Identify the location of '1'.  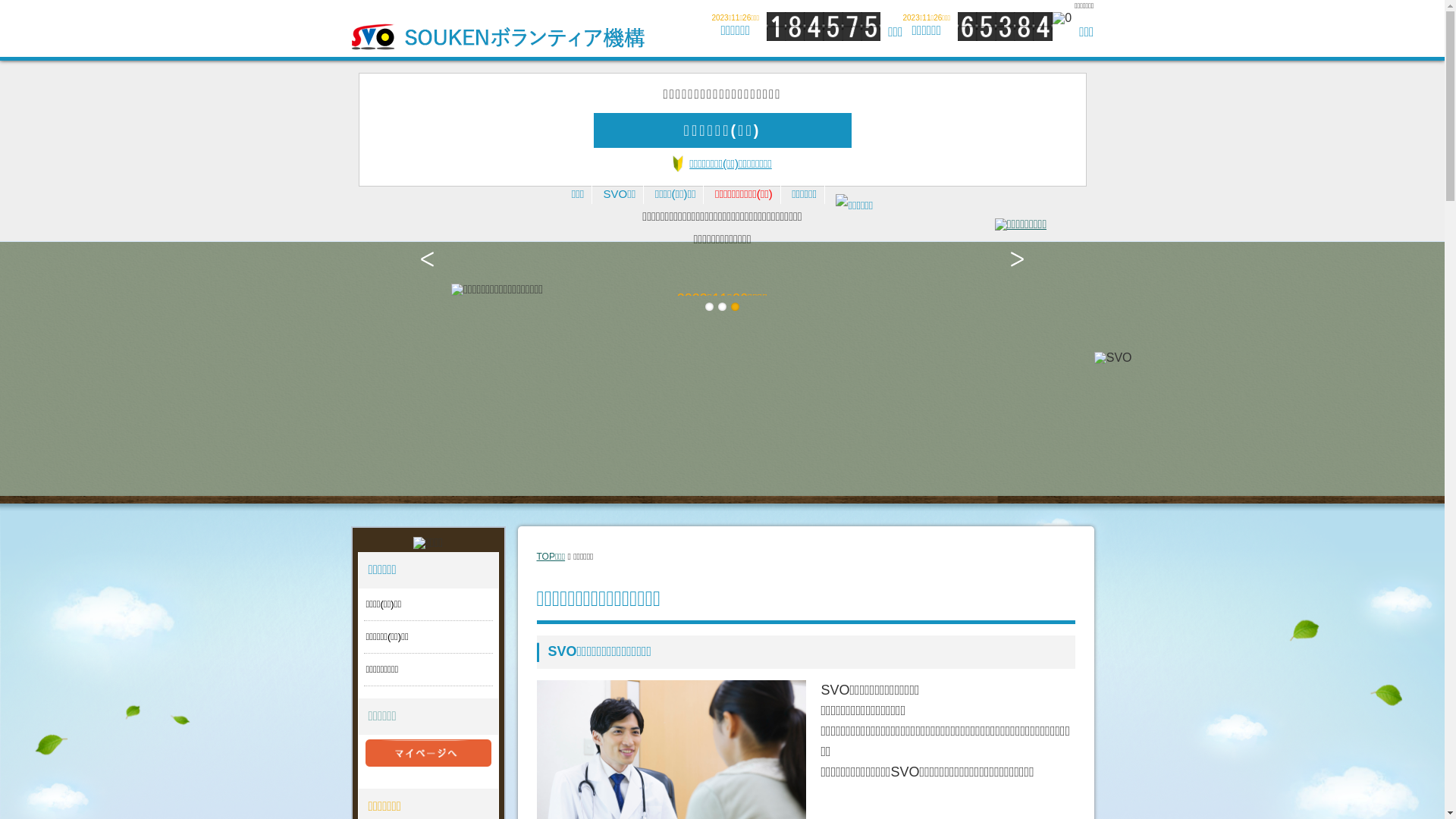
(708, 306).